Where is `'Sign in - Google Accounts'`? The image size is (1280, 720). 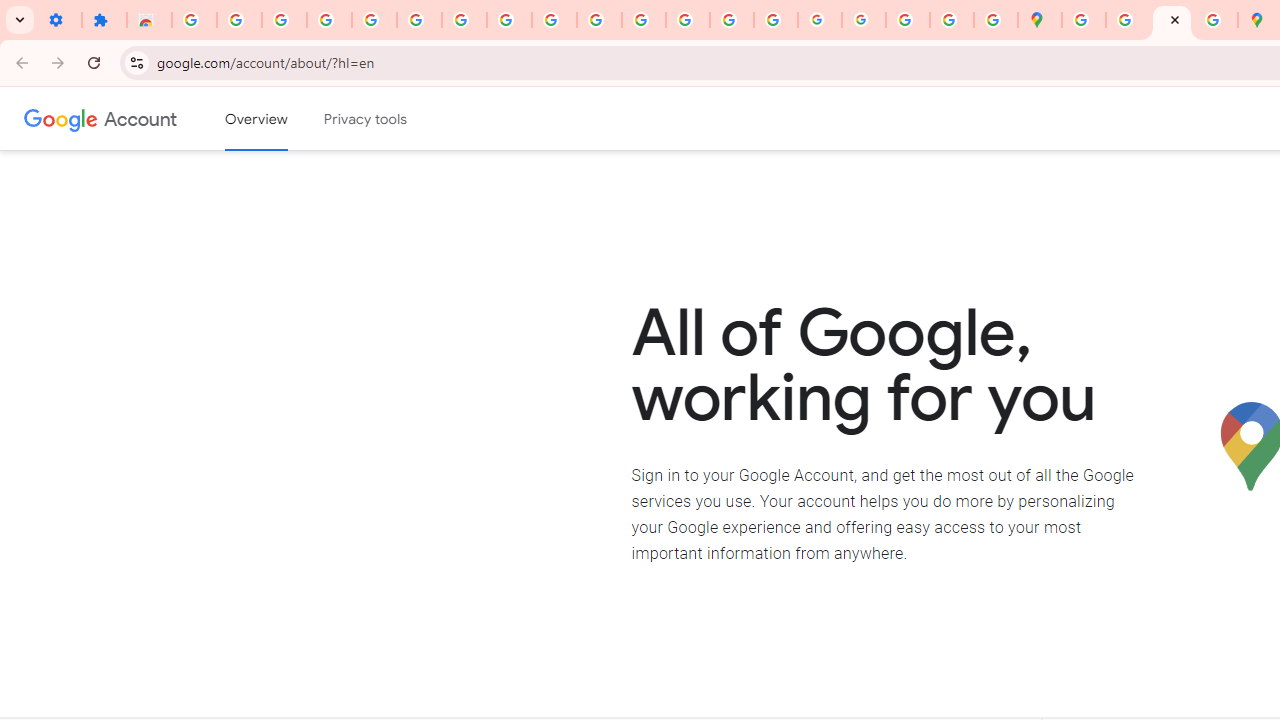
'Sign in - Google Accounts' is located at coordinates (194, 20).